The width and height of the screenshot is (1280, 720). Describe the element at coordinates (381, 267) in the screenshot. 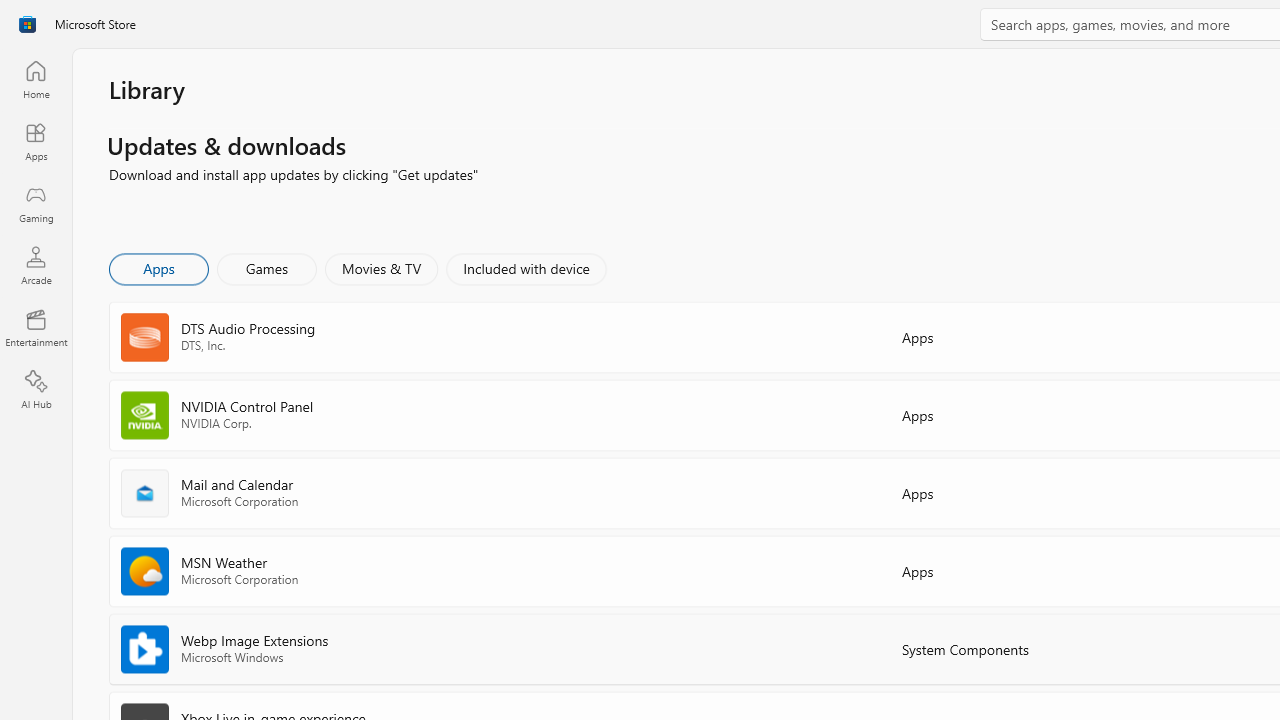

I see `'Movies & TV'` at that location.